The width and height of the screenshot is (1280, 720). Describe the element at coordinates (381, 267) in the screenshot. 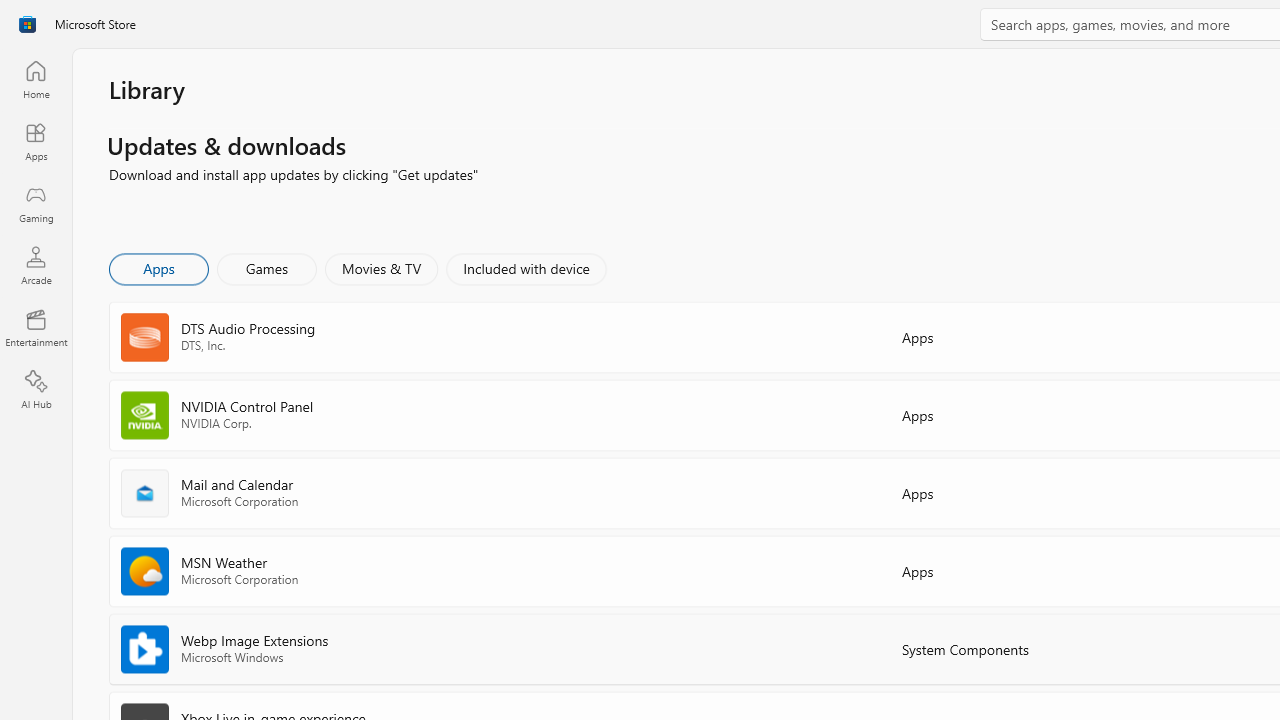

I see `'Movies & TV'` at that location.